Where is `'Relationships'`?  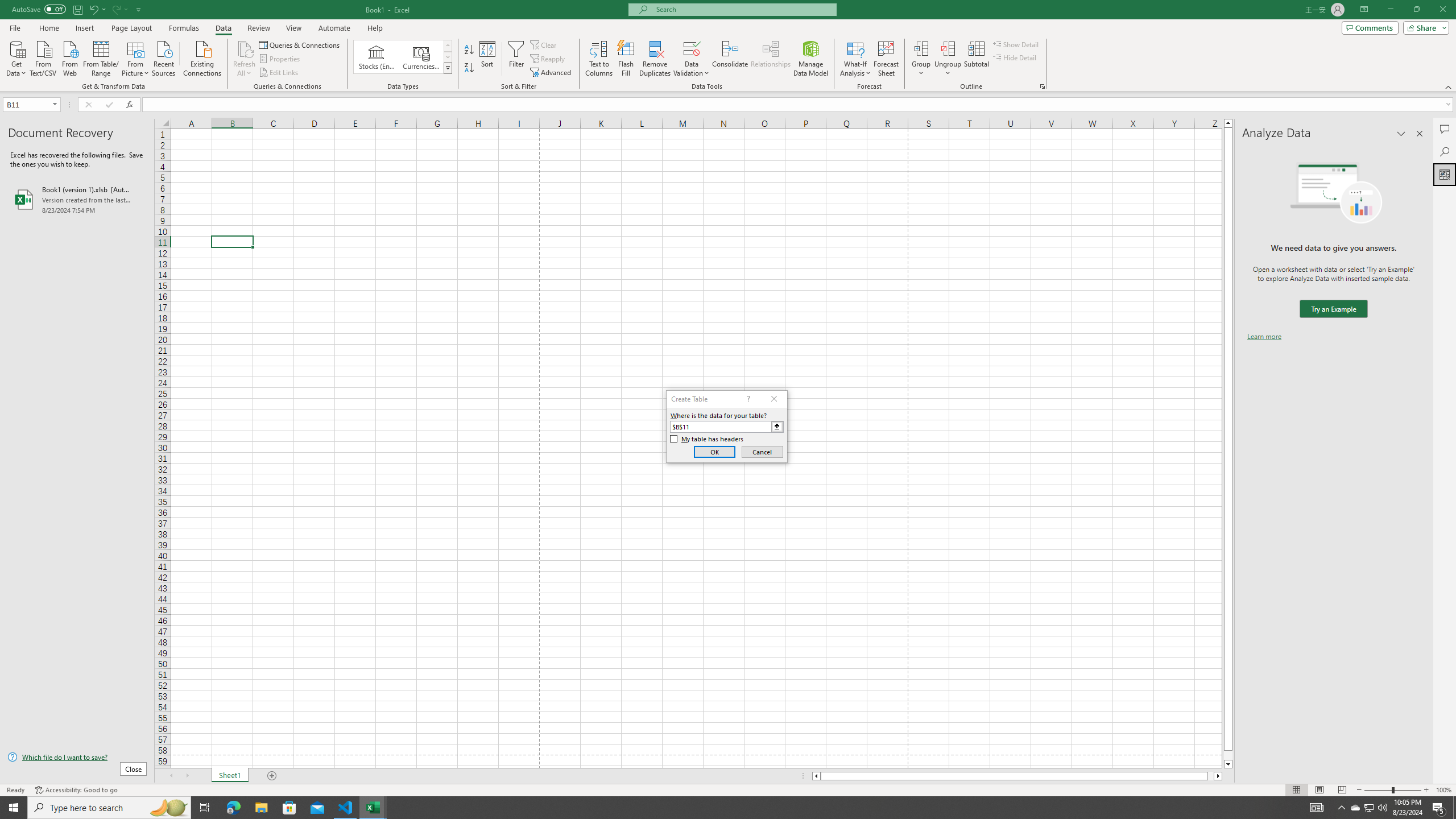
'Relationships' is located at coordinates (770, 59).